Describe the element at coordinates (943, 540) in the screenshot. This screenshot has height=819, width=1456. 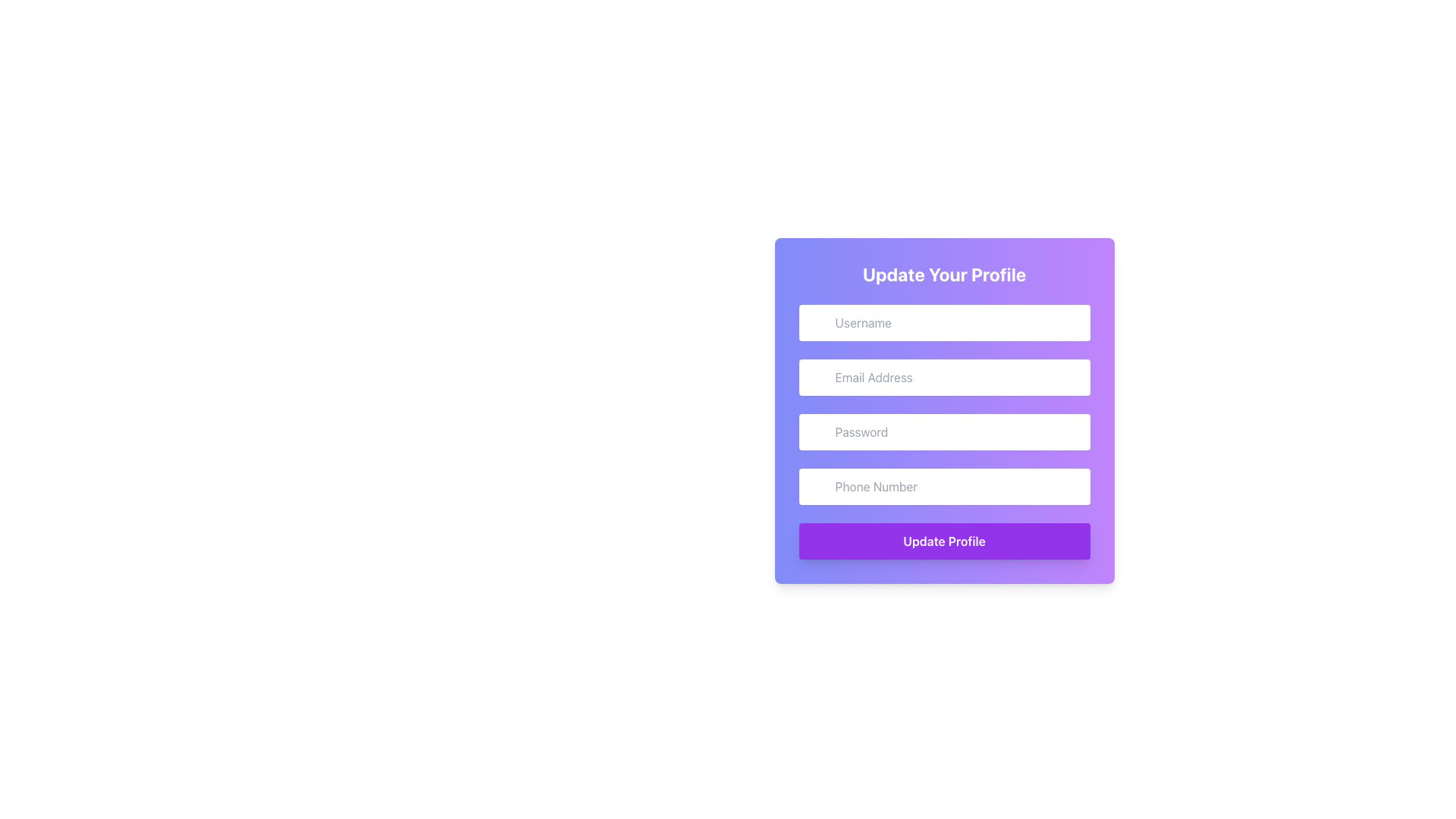
I see `the 'Update Profile' button, which is a horizontally elongated rectangular button with white text on a purple background, located below the 'Phone Number' form field` at that location.